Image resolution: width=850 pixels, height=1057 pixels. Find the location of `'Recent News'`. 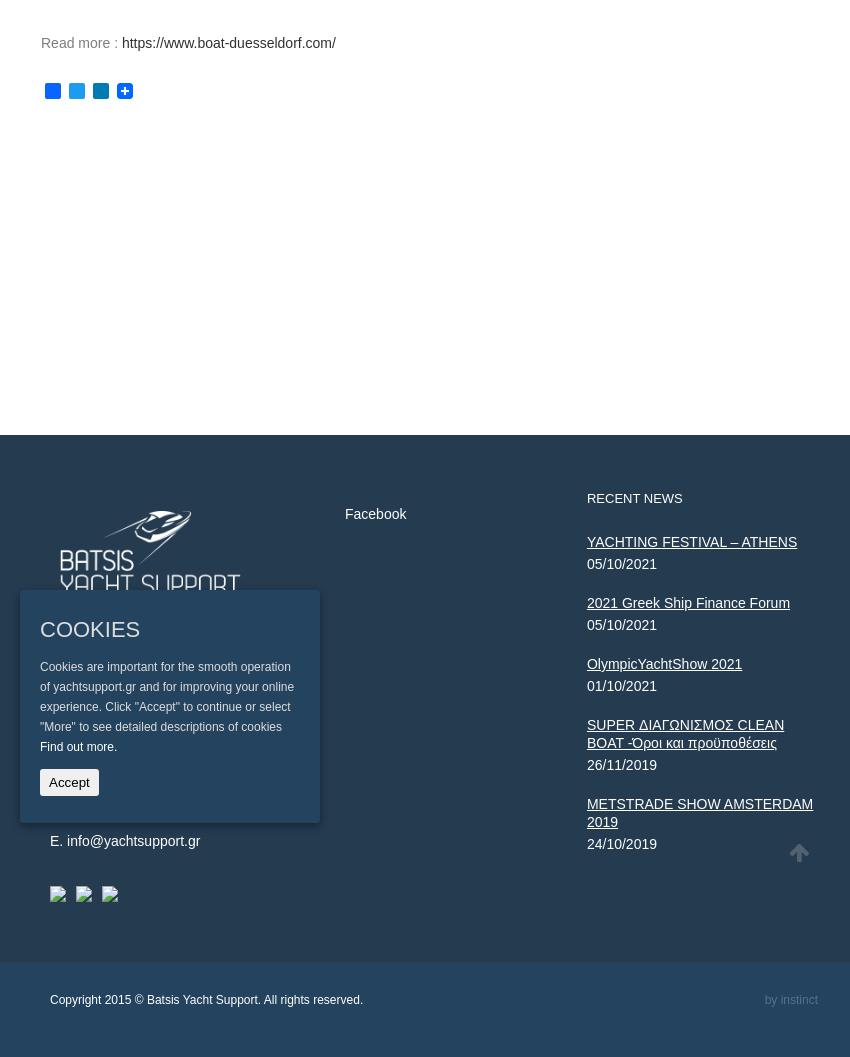

'Recent News' is located at coordinates (633, 498).